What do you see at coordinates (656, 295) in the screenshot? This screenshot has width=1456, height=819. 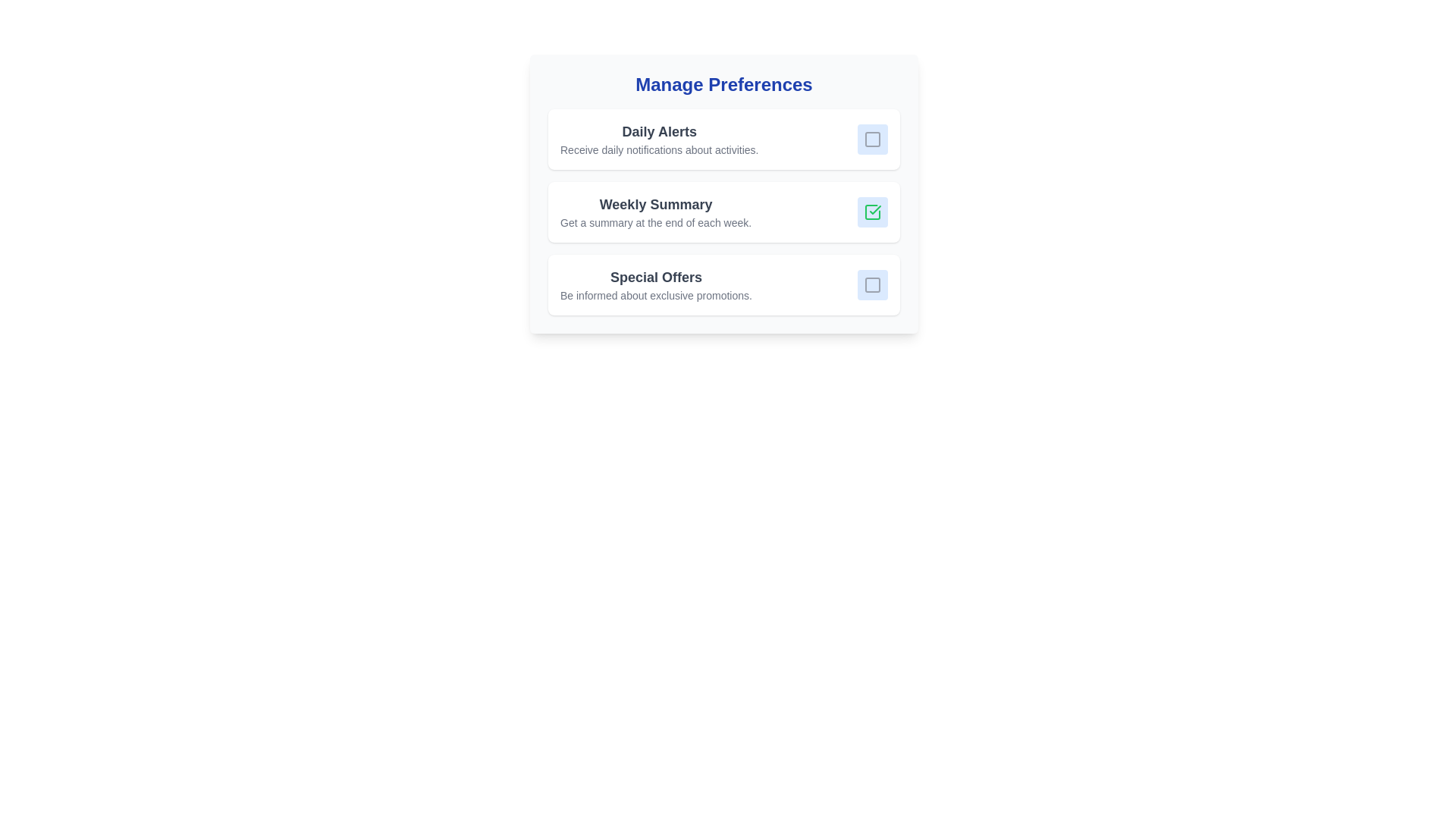 I see `descriptive text located below the 'Special Offers' title, which provides additional information about the section` at bounding box center [656, 295].